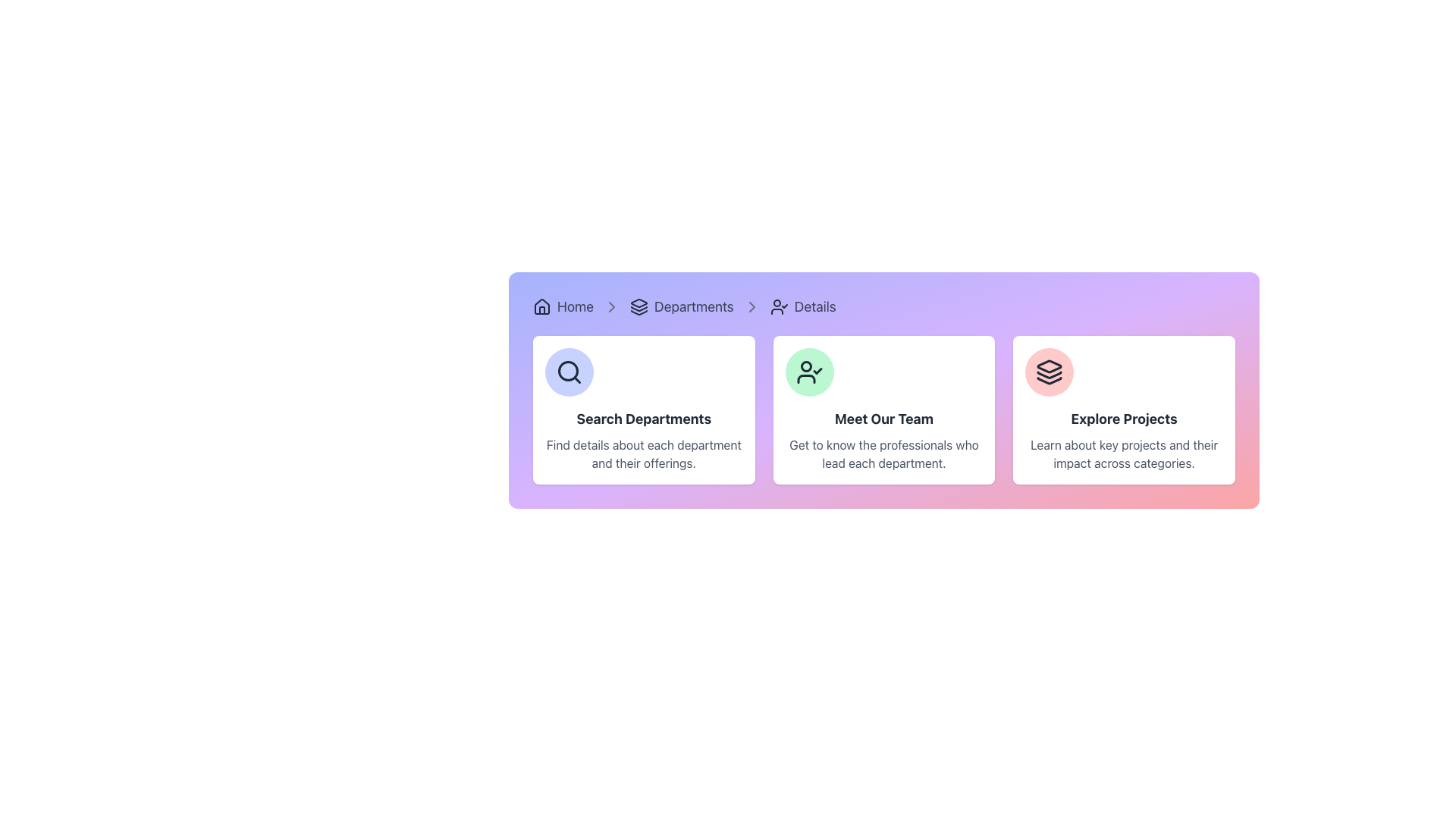 The image size is (1456, 819). Describe the element at coordinates (639, 307) in the screenshot. I see `the icon representing layered objects, which is located to the left of the text labeled 'Departments' in the breadcrumb navigation bar` at that location.